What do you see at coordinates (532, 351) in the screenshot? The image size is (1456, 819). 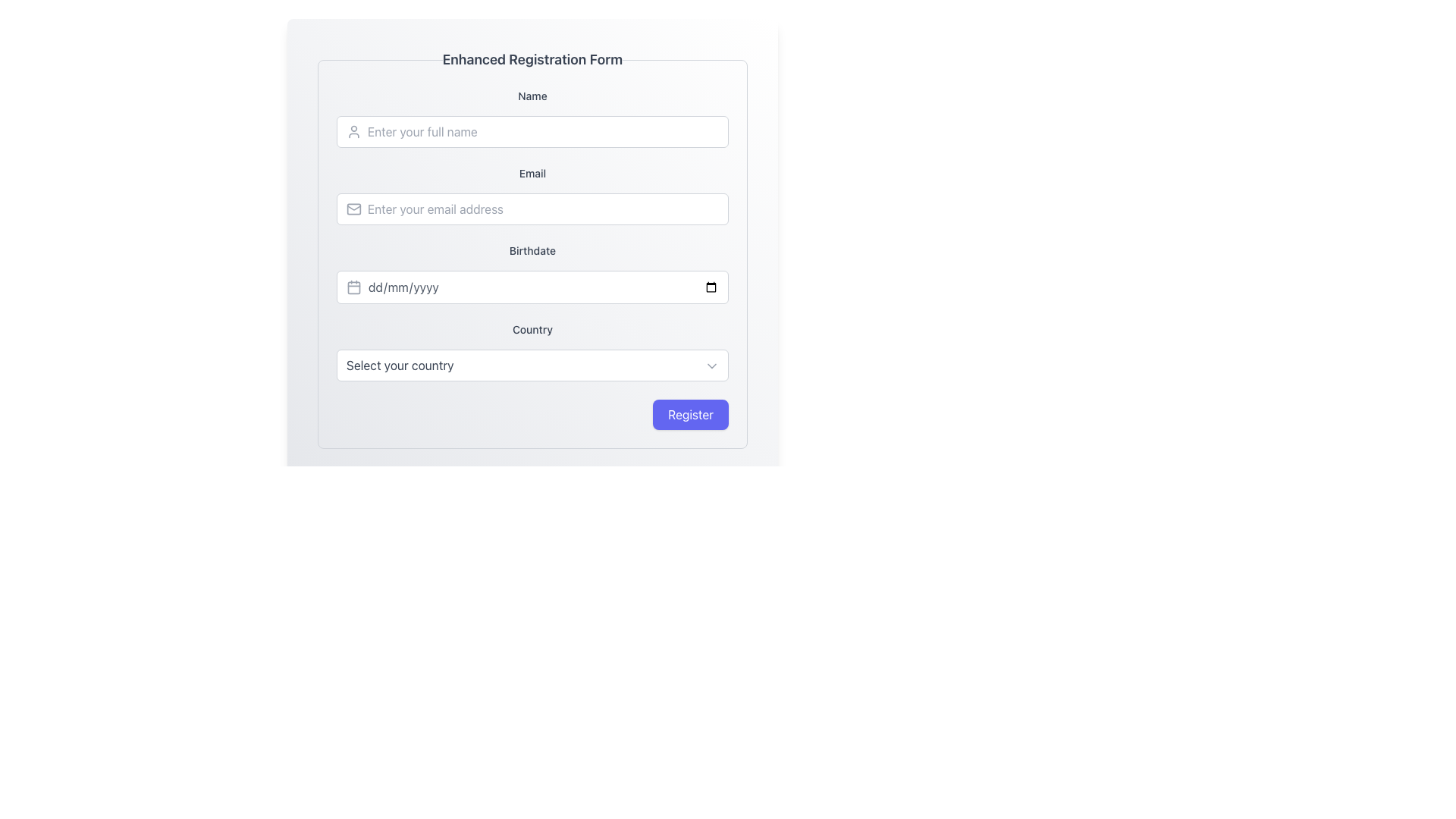 I see `the dropdown menu for selecting a country in the Enhanced Registration Form, located below the Birthdate field` at bounding box center [532, 351].